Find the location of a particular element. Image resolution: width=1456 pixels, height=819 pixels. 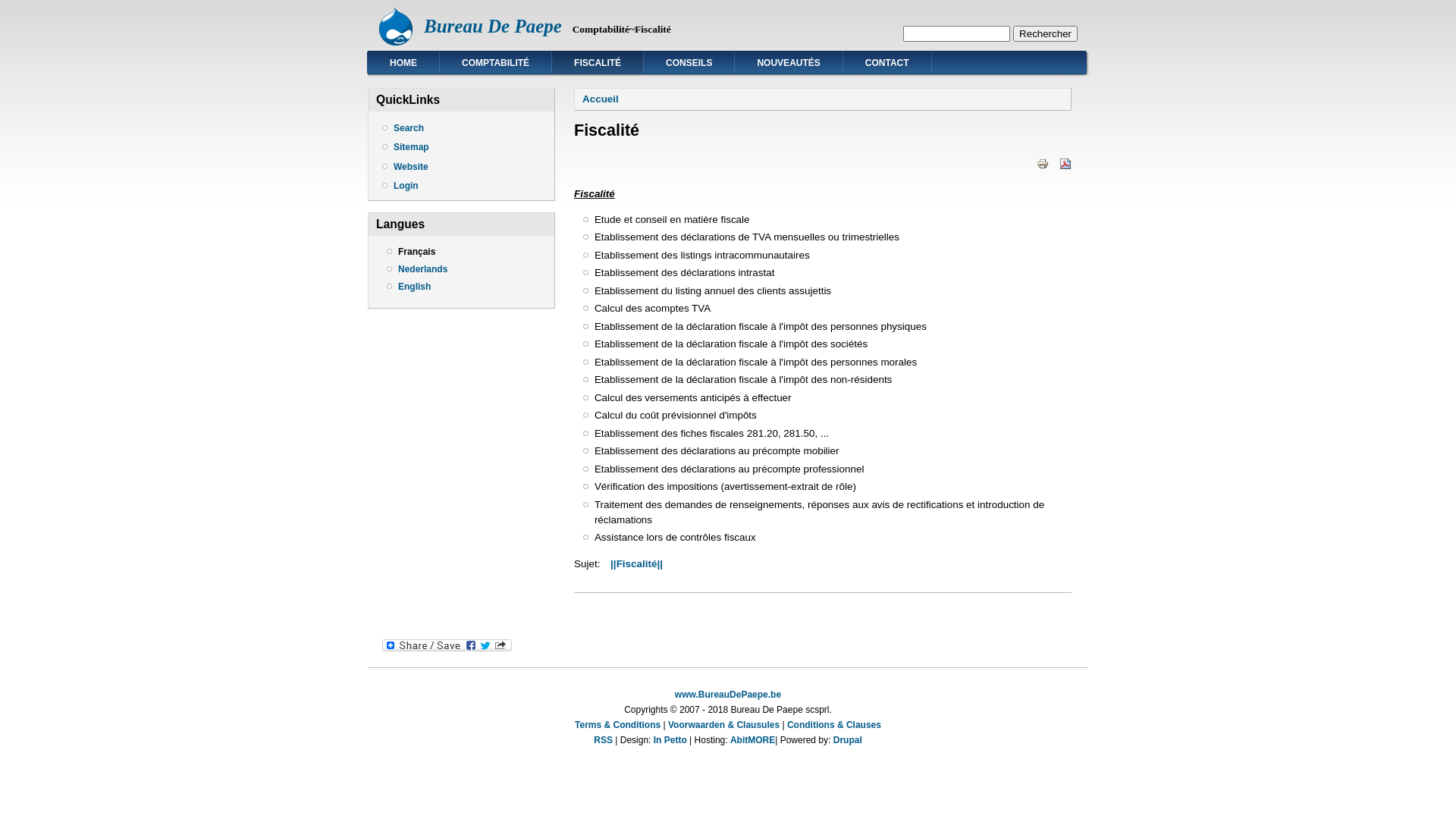

'Afficher une version imprimable de cette page.' is located at coordinates (1041, 163).